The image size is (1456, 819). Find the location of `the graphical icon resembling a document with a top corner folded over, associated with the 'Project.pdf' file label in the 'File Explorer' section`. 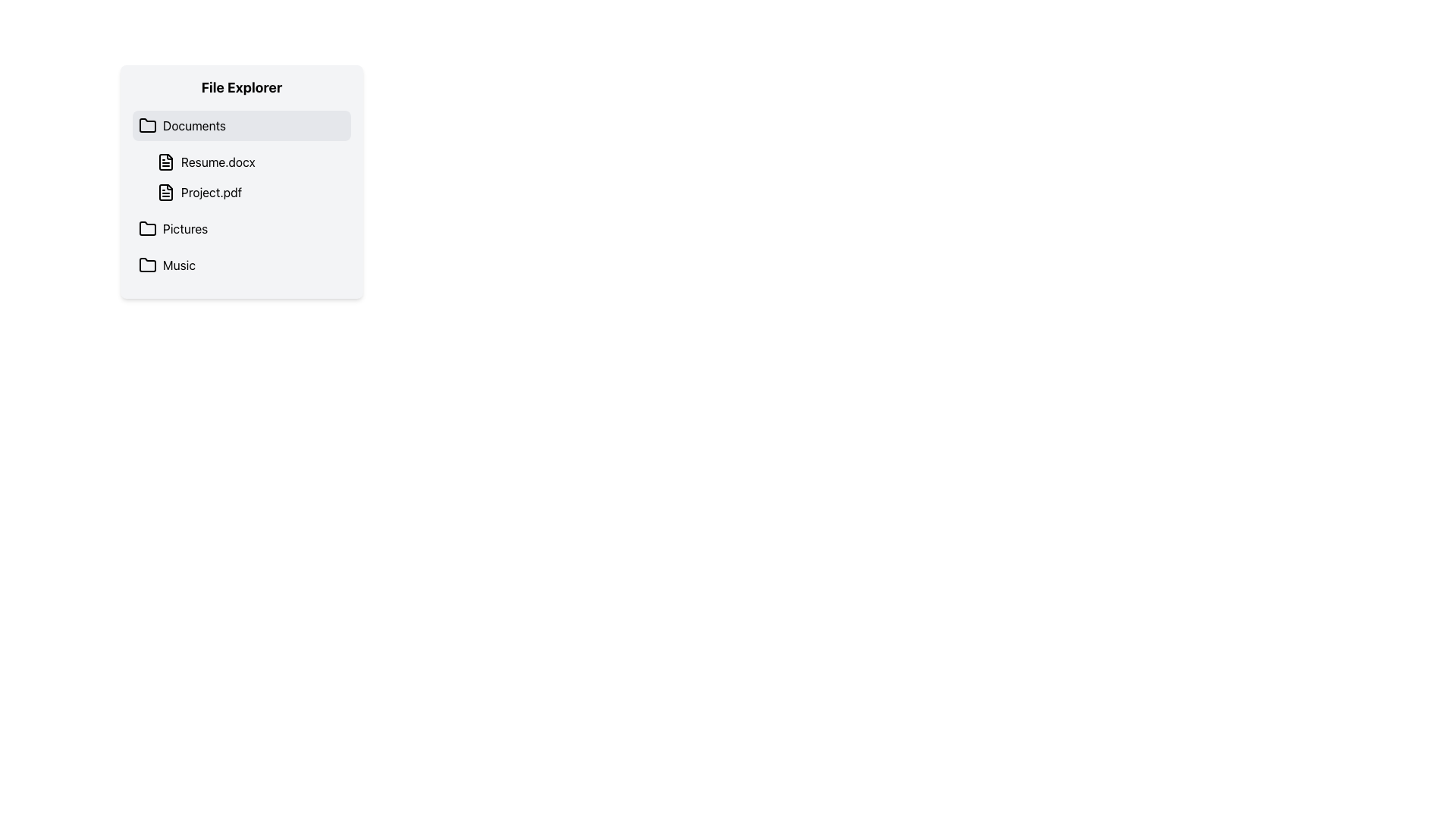

the graphical icon resembling a document with a top corner folded over, associated with the 'Project.pdf' file label in the 'File Explorer' section is located at coordinates (166, 192).